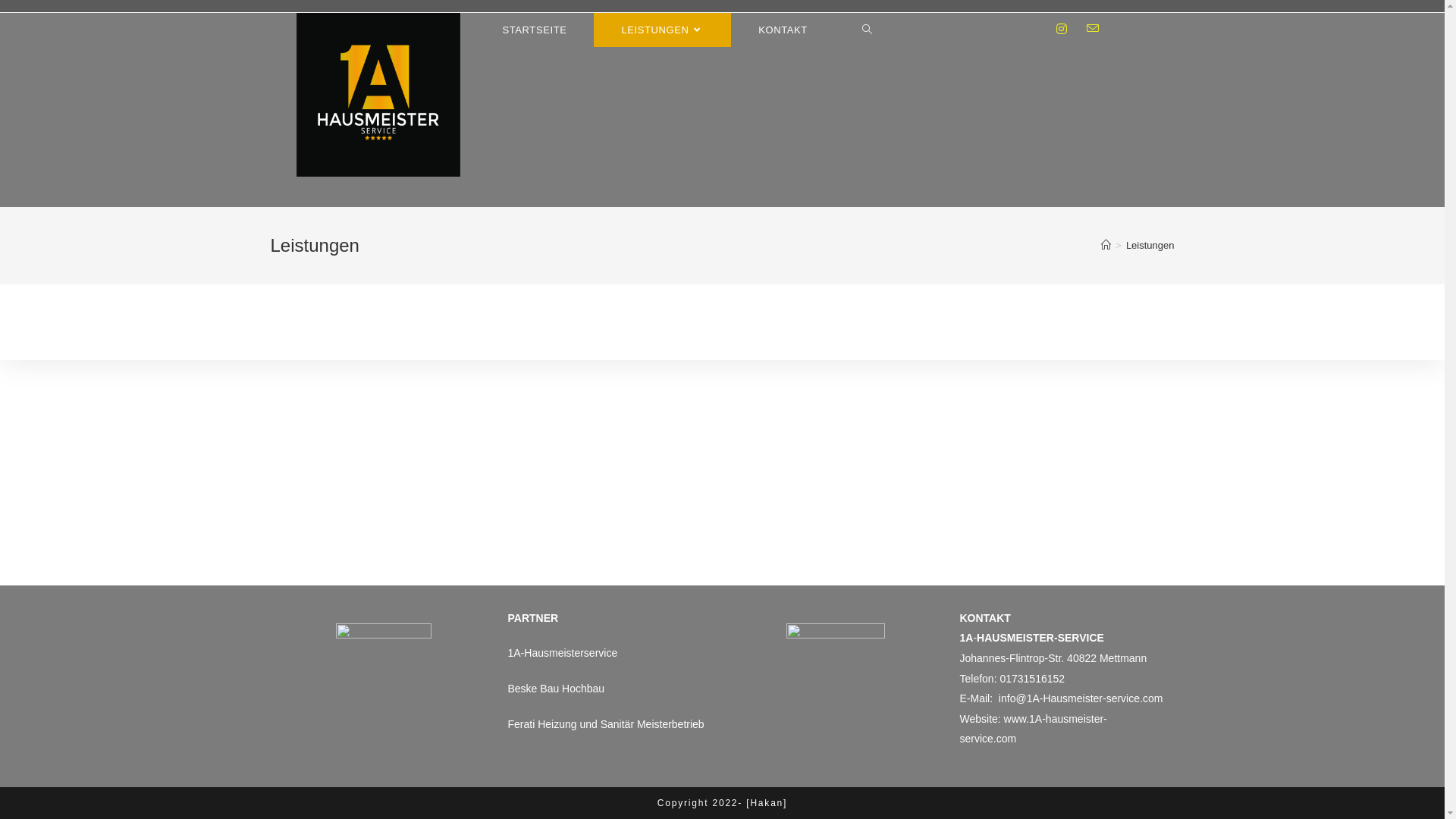 This screenshot has height=819, width=1456. Describe the element at coordinates (833, 30) in the screenshot. I see `'Toggle website search'` at that location.